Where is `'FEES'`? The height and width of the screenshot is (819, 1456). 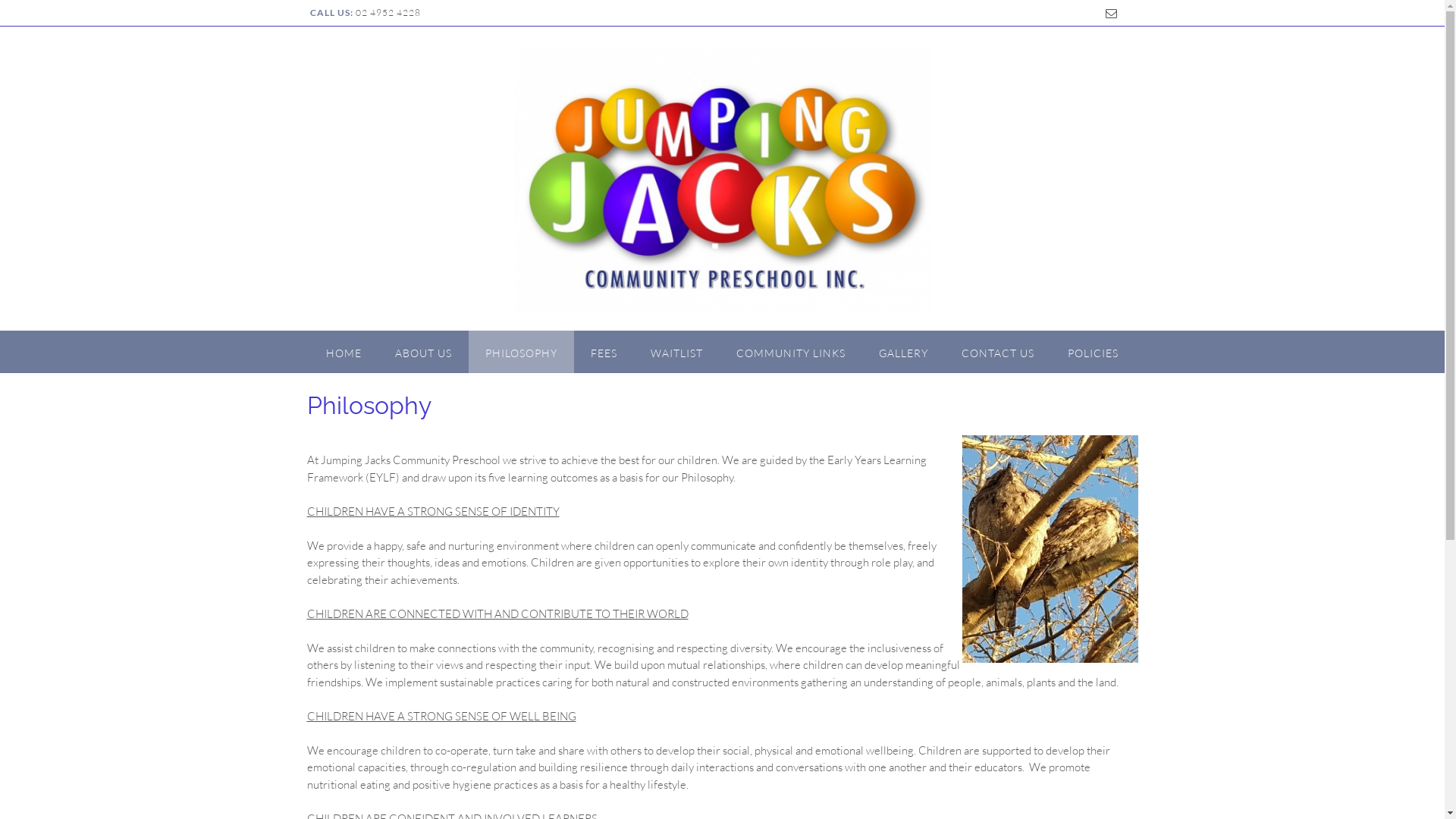 'FEES' is located at coordinates (573, 351).